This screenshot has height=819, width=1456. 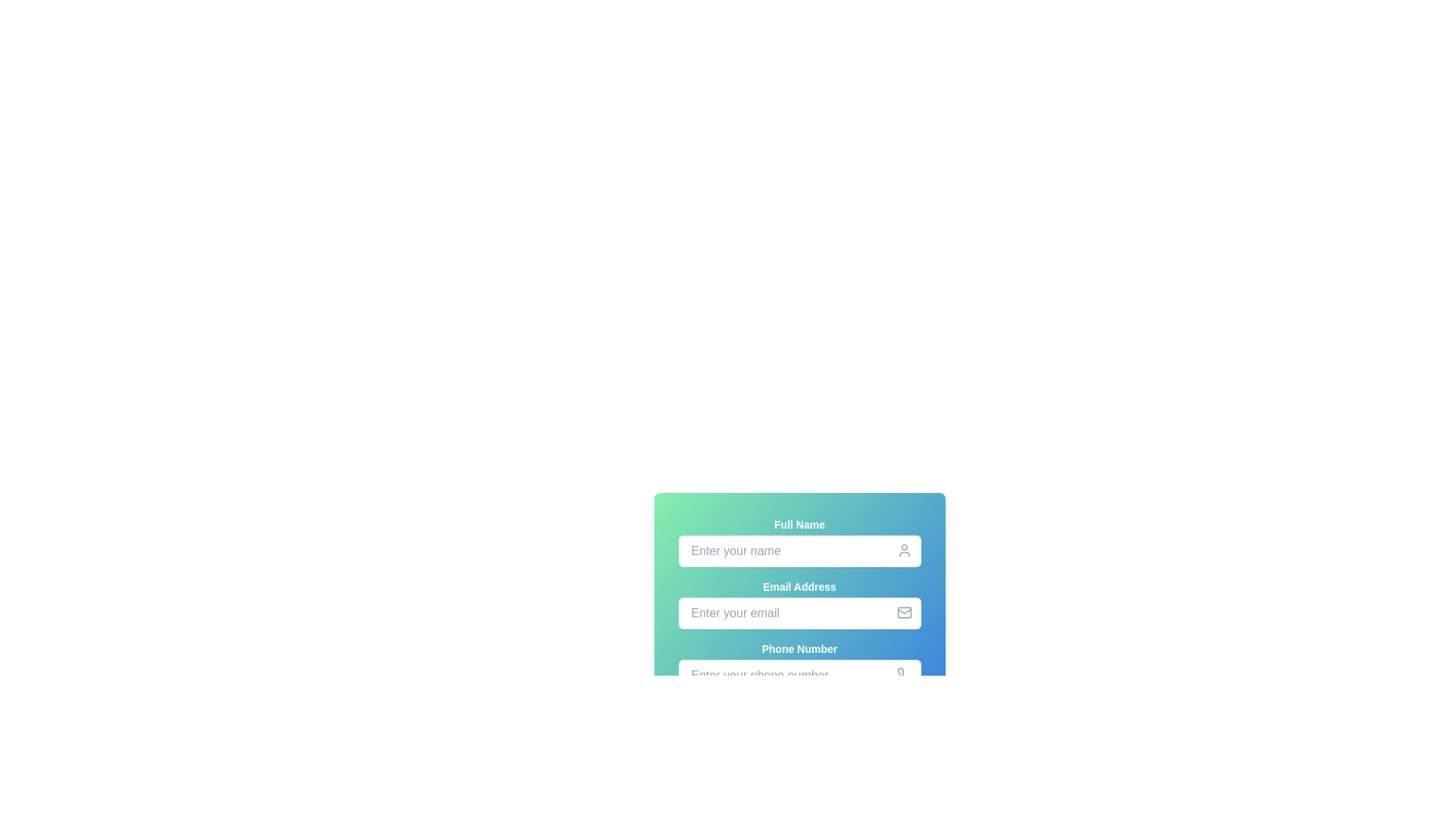 I want to click on the icon serving as a visual indicator for the name input field, positioned at the far right of the 'Enter your name' text input field, so click(x=904, y=550).